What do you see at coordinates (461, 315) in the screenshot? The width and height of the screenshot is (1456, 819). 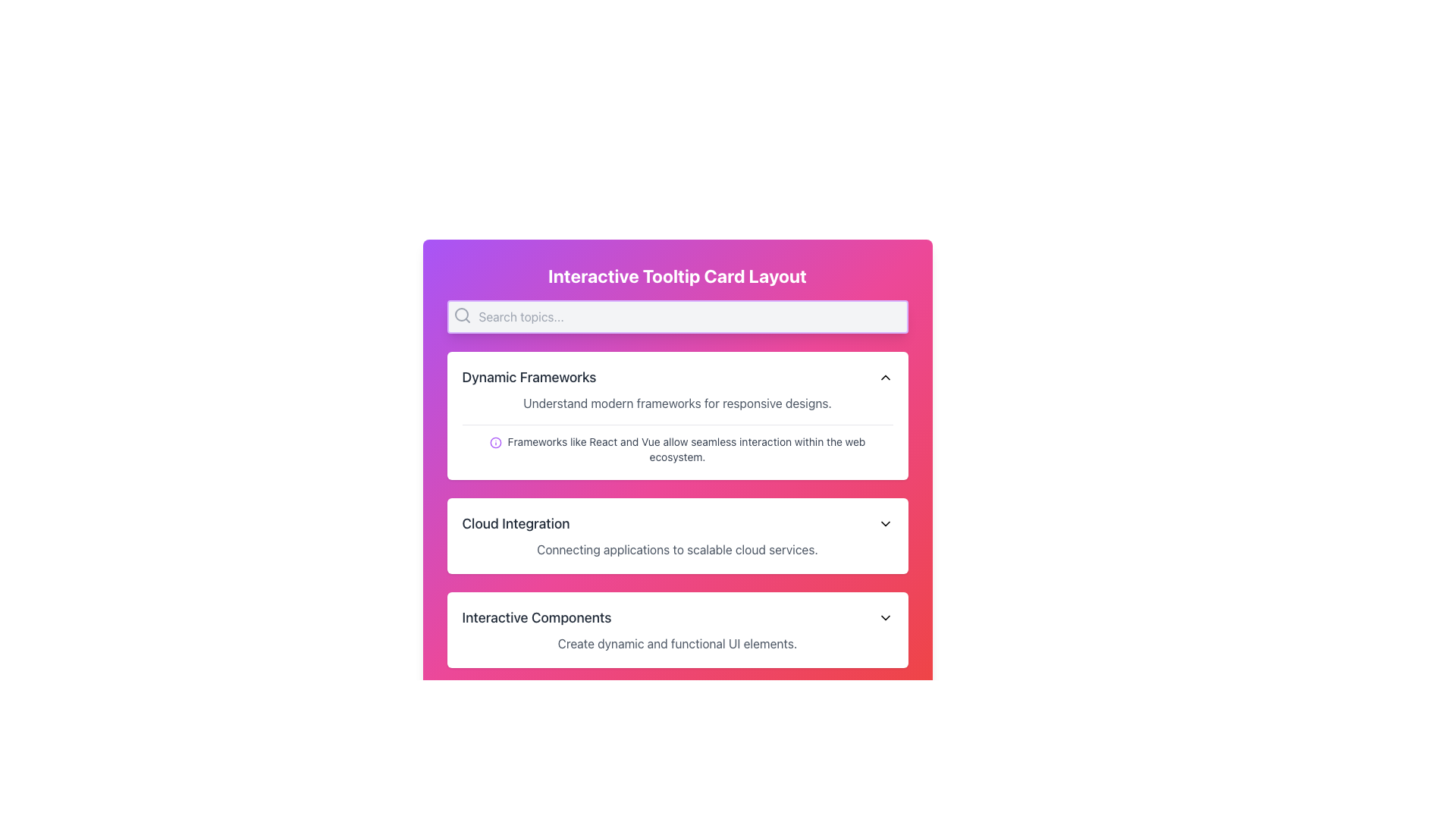 I see `the magnifying glass icon representing the search function, located at the top-left corner of the search input field` at bounding box center [461, 315].